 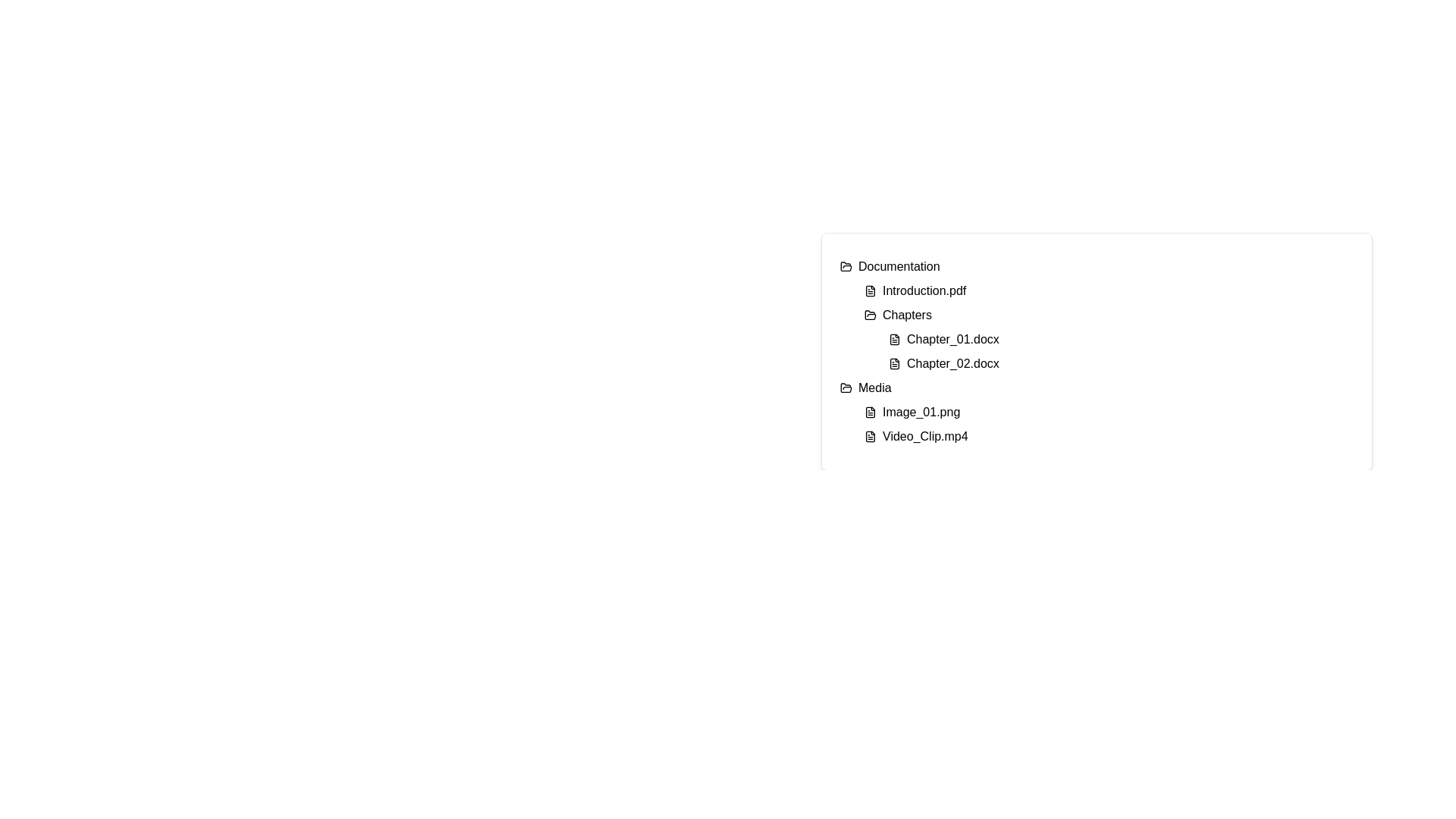 What do you see at coordinates (1097, 388) in the screenshot?
I see `the 'Media' folder item` at bounding box center [1097, 388].